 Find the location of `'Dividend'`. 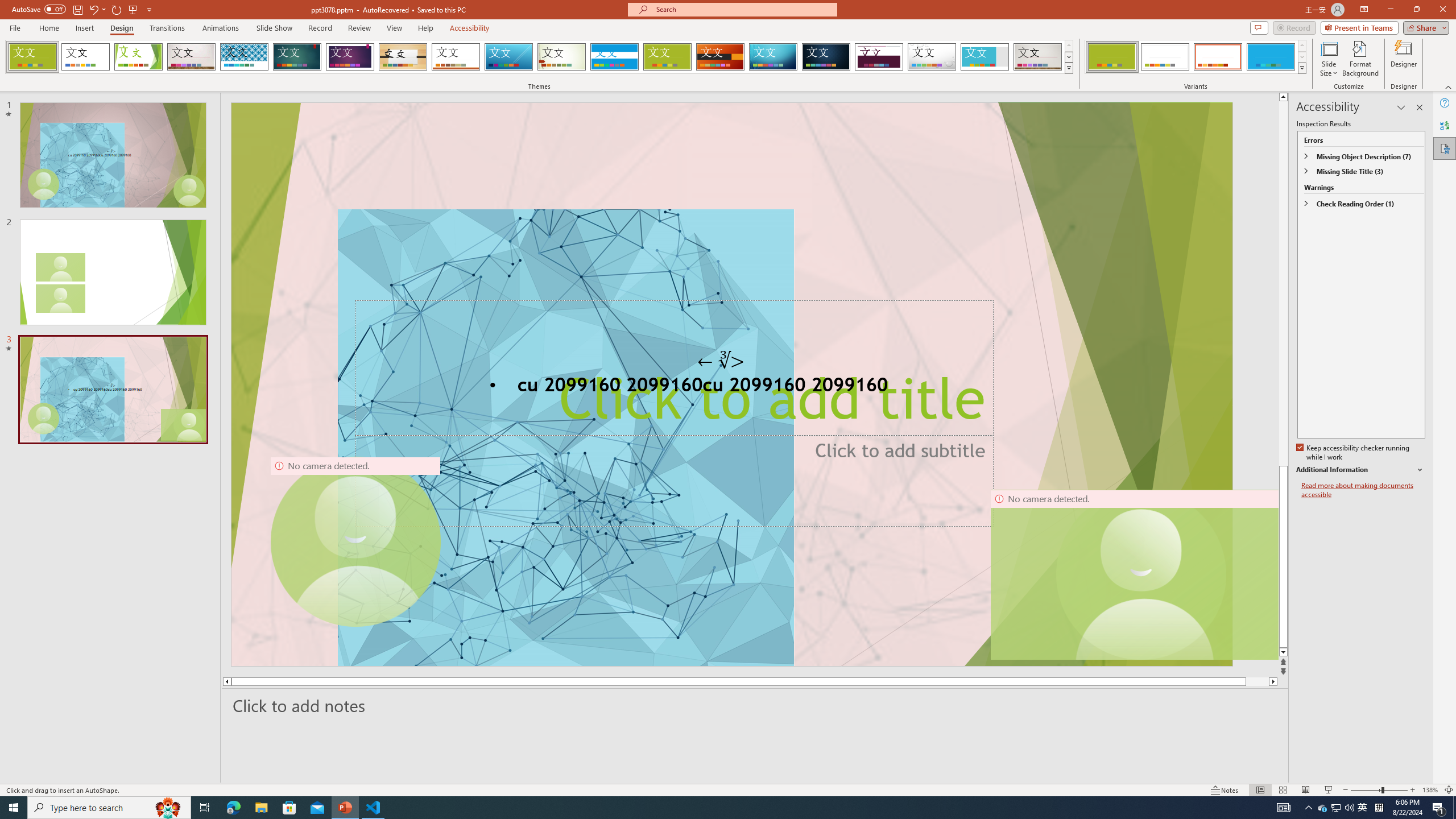

'Dividend' is located at coordinates (879, 56).